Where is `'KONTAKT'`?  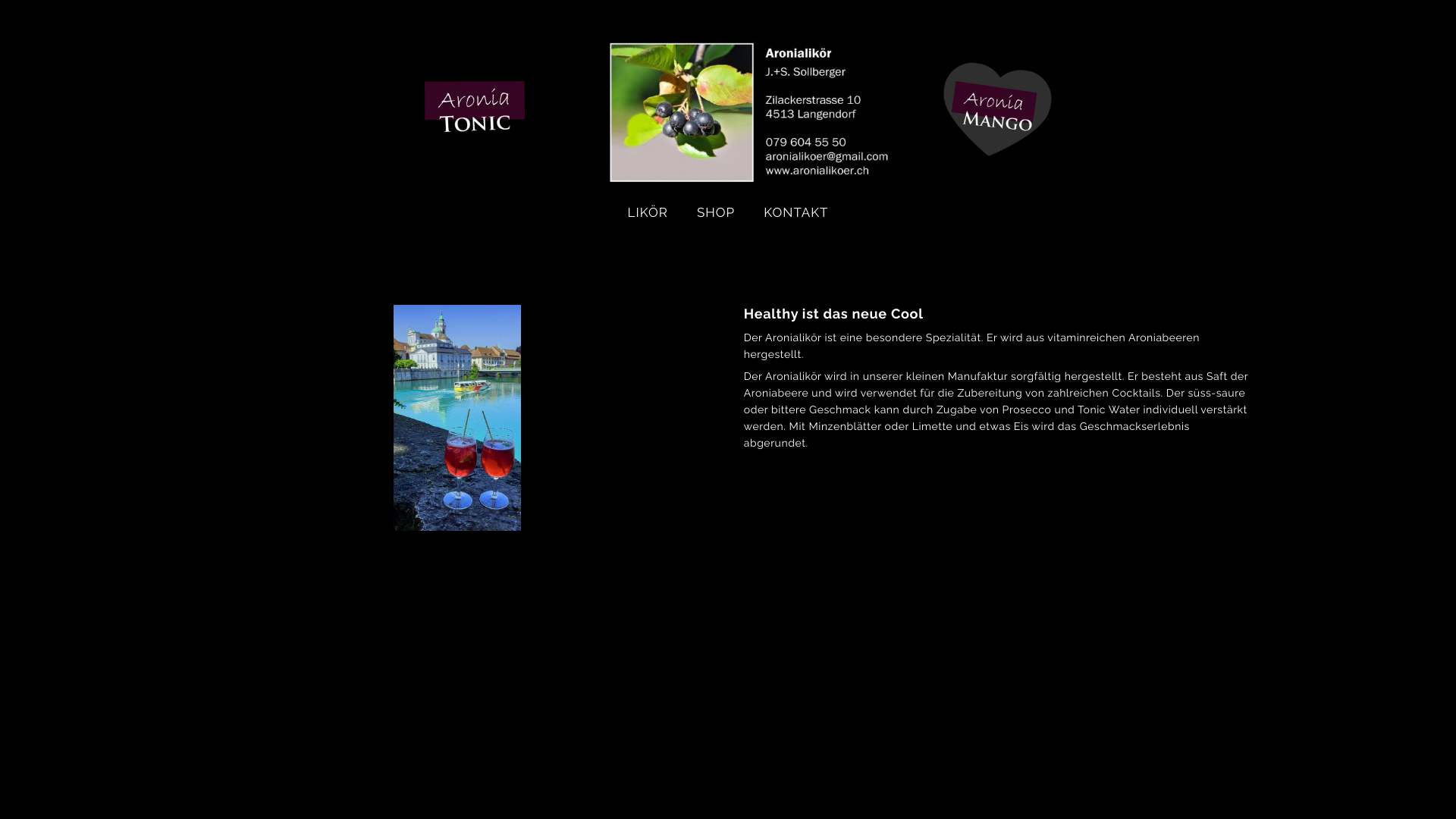
'KONTAKT' is located at coordinates (795, 212).